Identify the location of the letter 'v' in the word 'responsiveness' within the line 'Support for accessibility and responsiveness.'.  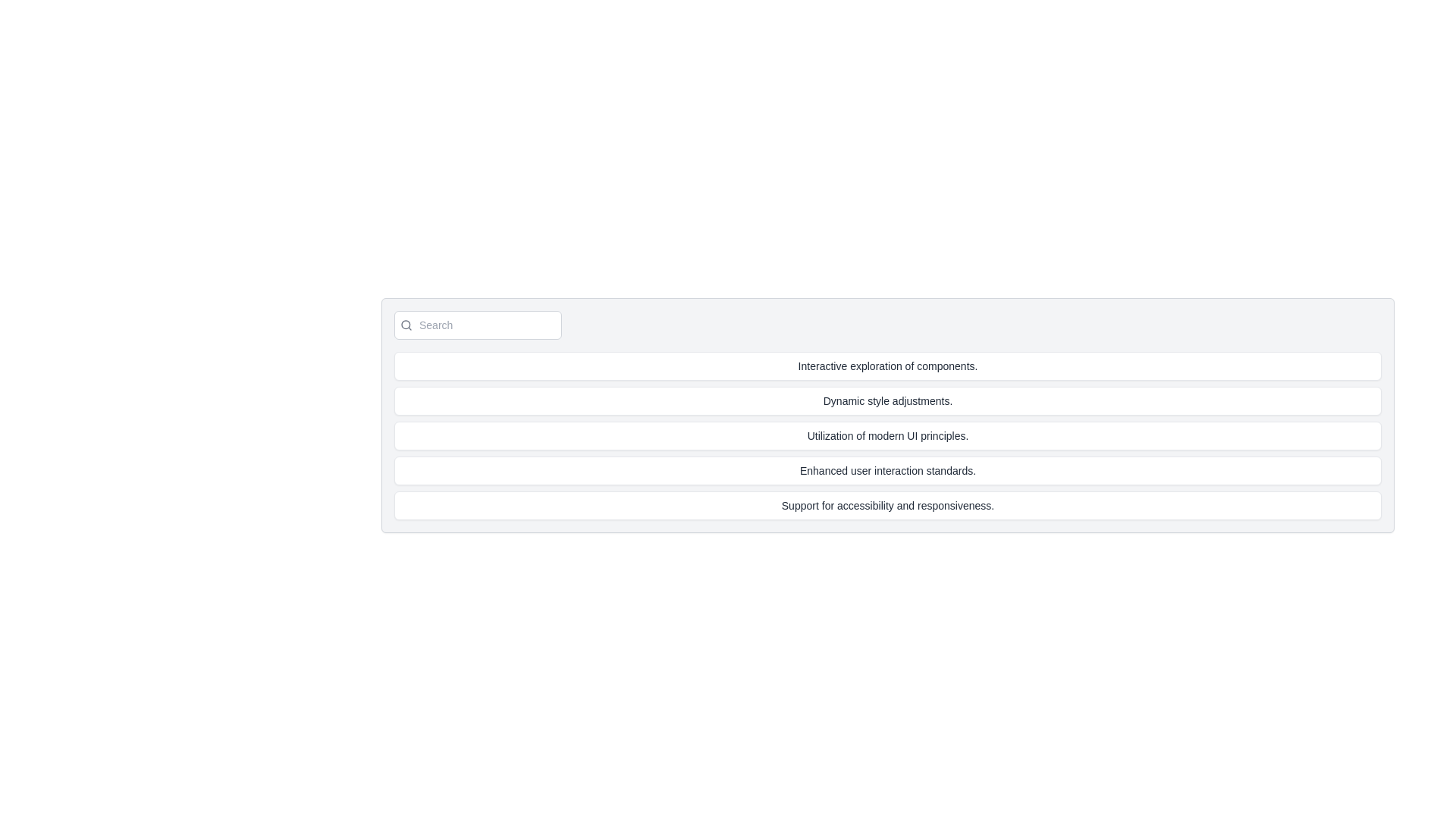
(959, 506).